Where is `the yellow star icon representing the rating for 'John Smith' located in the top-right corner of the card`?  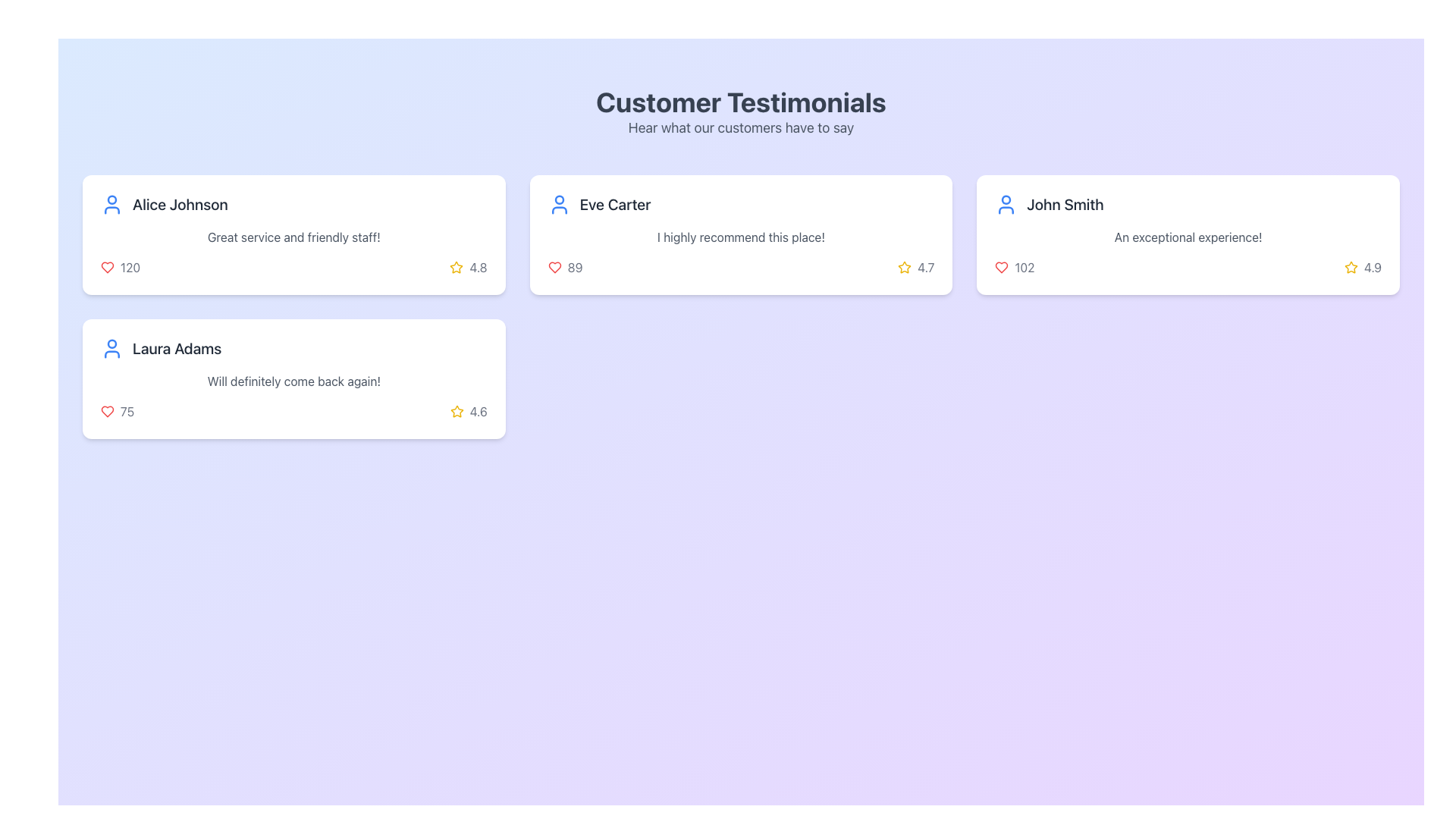
the yellow star icon representing the rating for 'John Smith' located in the top-right corner of the card is located at coordinates (1351, 266).